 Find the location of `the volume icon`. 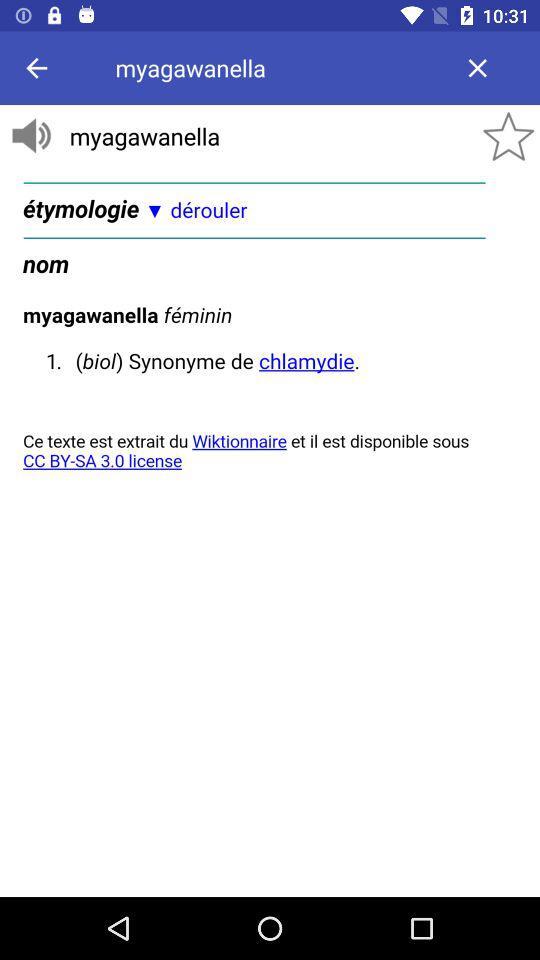

the volume icon is located at coordinates (30, 135).